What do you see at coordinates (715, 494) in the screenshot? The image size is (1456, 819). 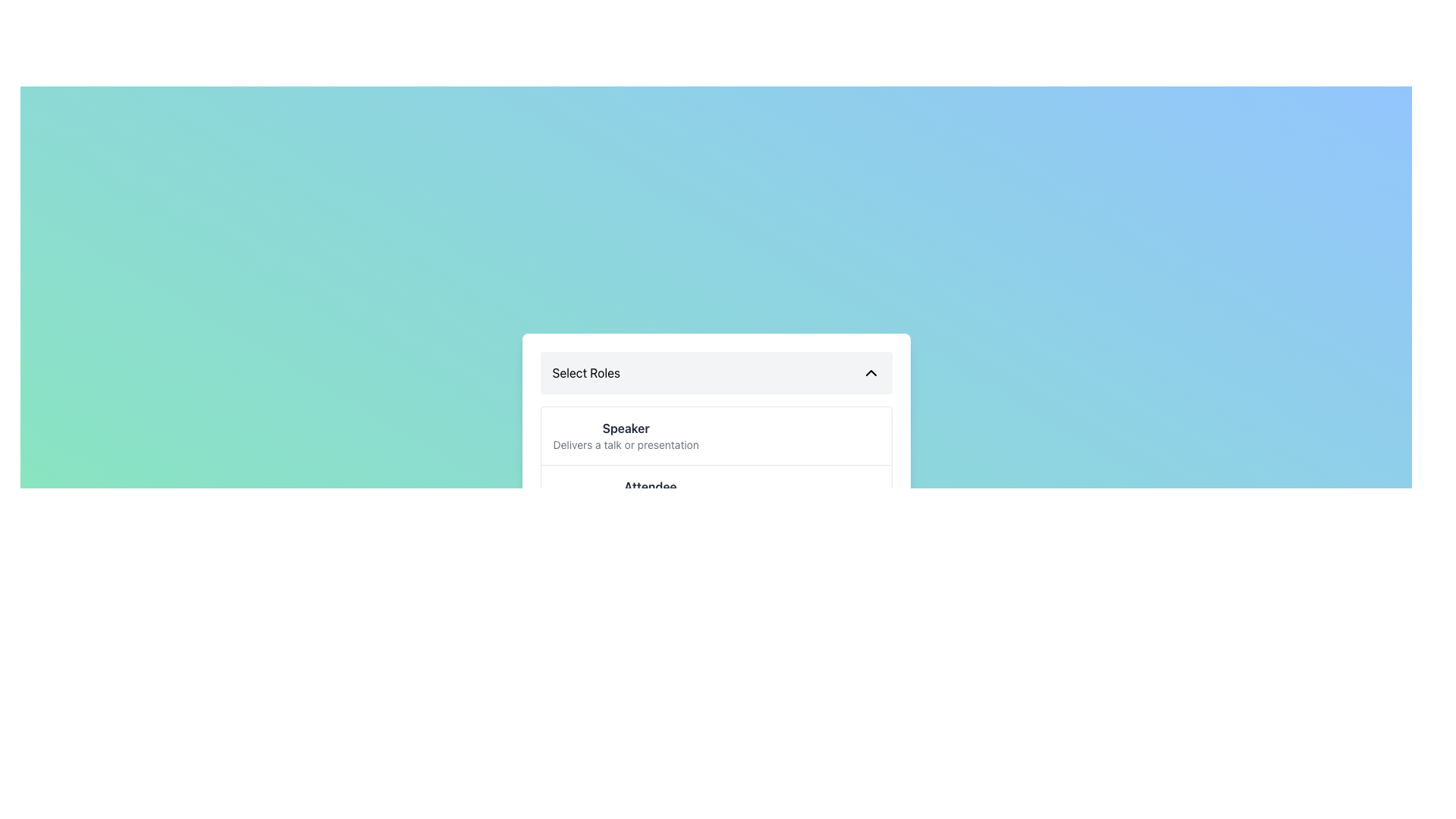 I see `the second item in the dropdown panel titled 'Select Roles'` at bounding box center [715, 494].